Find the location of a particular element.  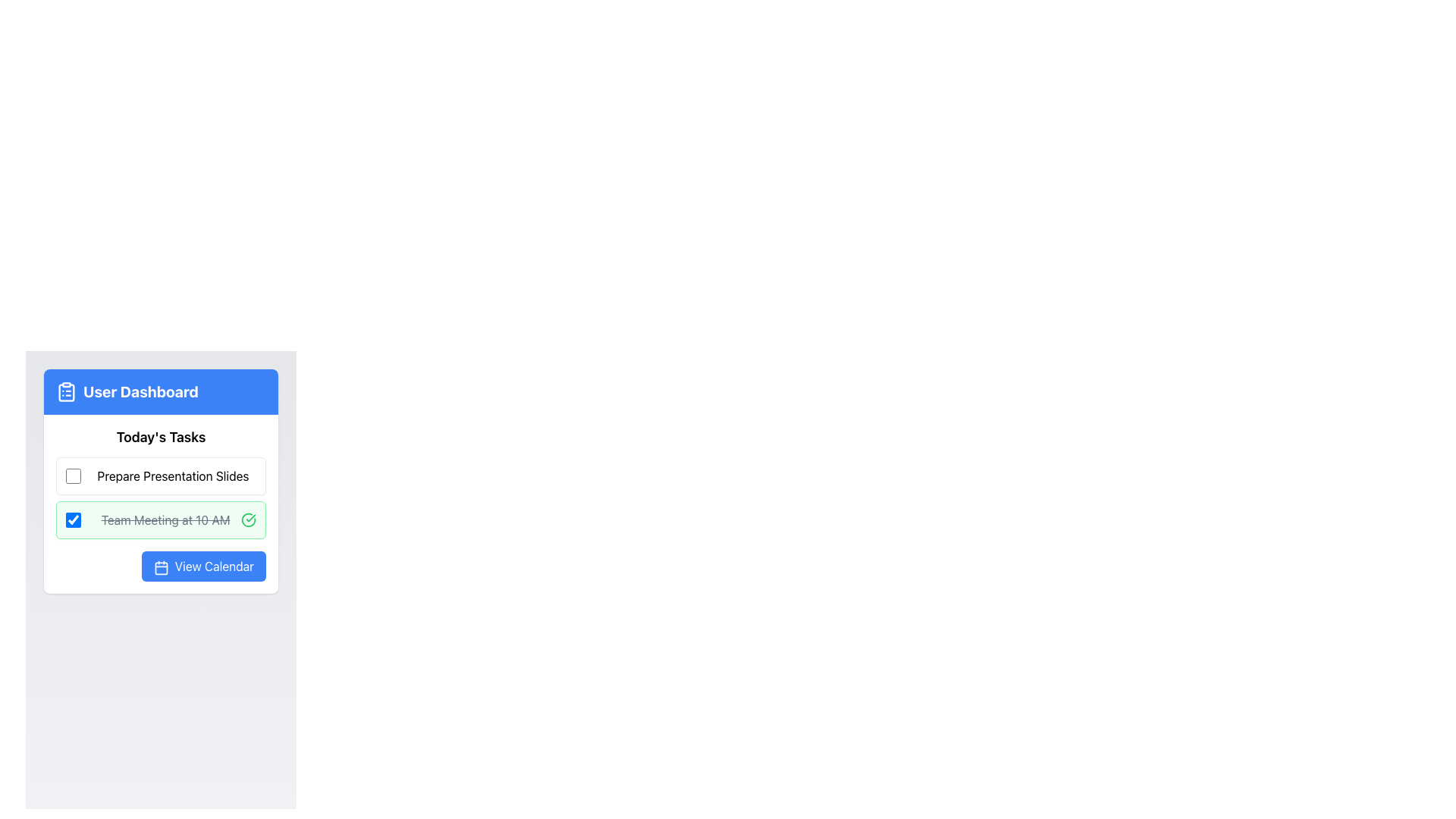

the checkbox of the completed task item located in the 'Today's Tasks' section, which is the second task in the list is located at coordinates (161, 497).